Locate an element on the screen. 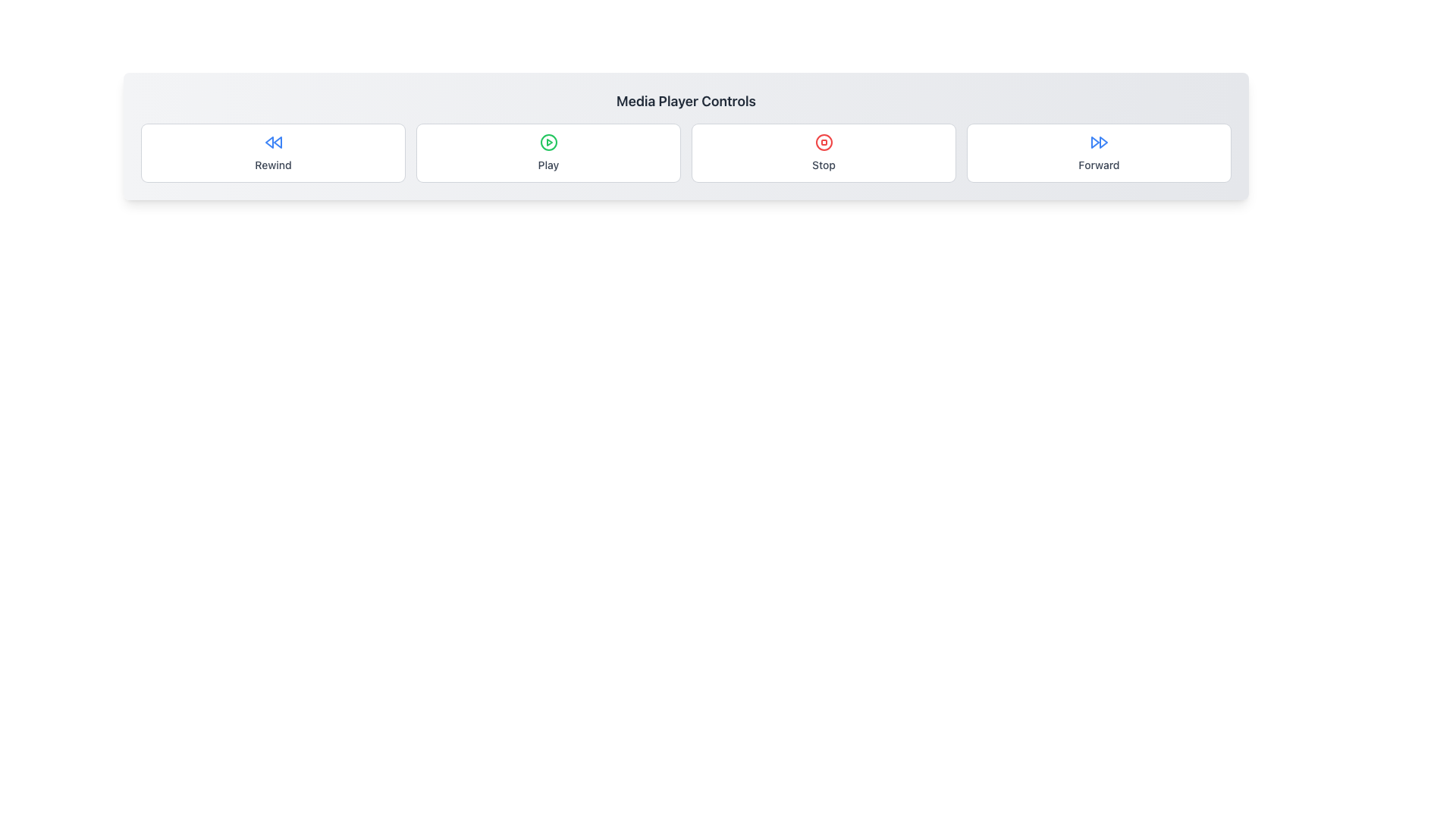 This screenshot has width=1456, height=819. the 'Play' text label element, which is displayed in gray font below a green circular play icon in a media control panel is located at coordinates (548, 165).